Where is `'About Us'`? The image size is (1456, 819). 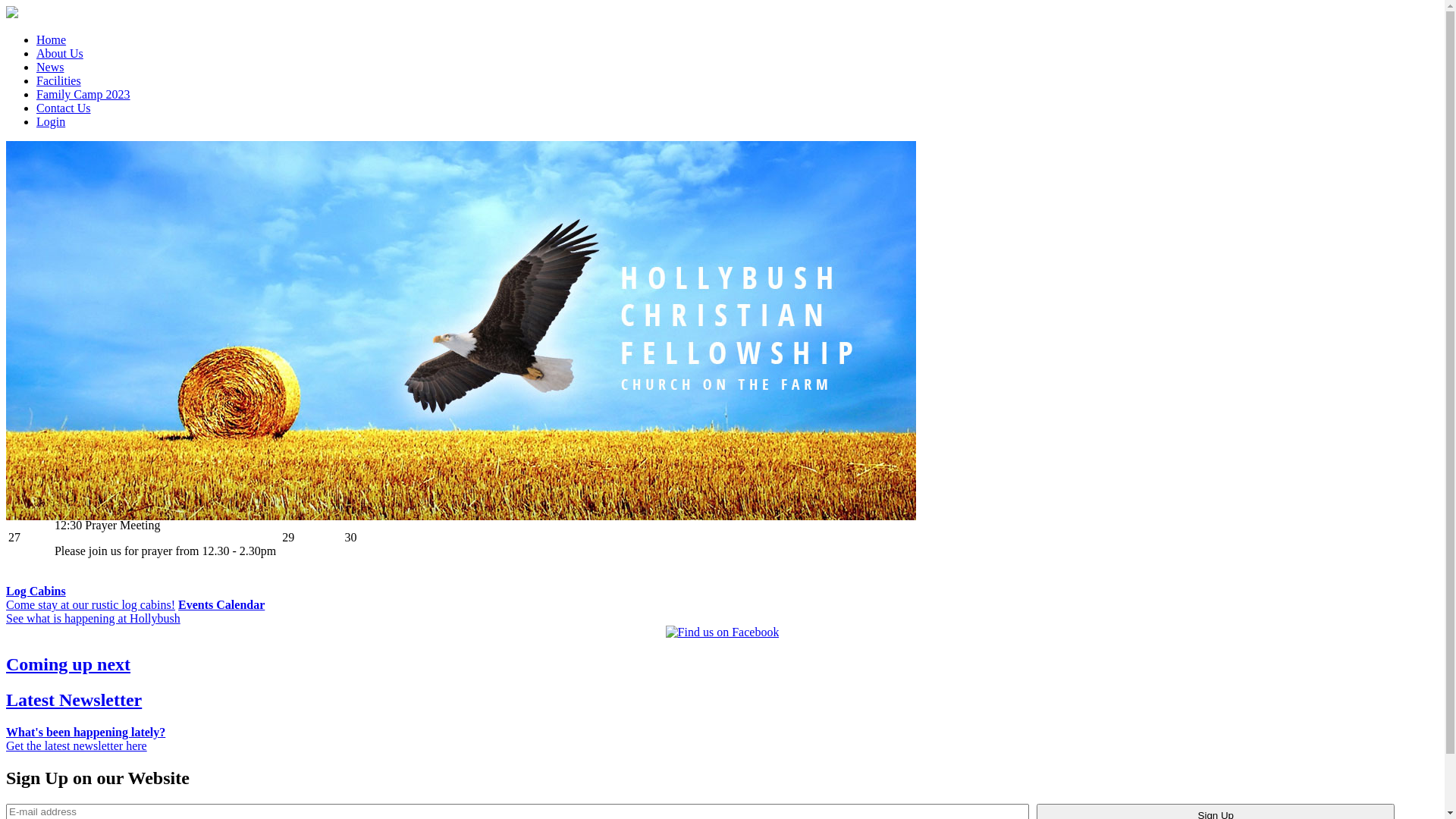 'About Us' is located at coordinates (59, 52).